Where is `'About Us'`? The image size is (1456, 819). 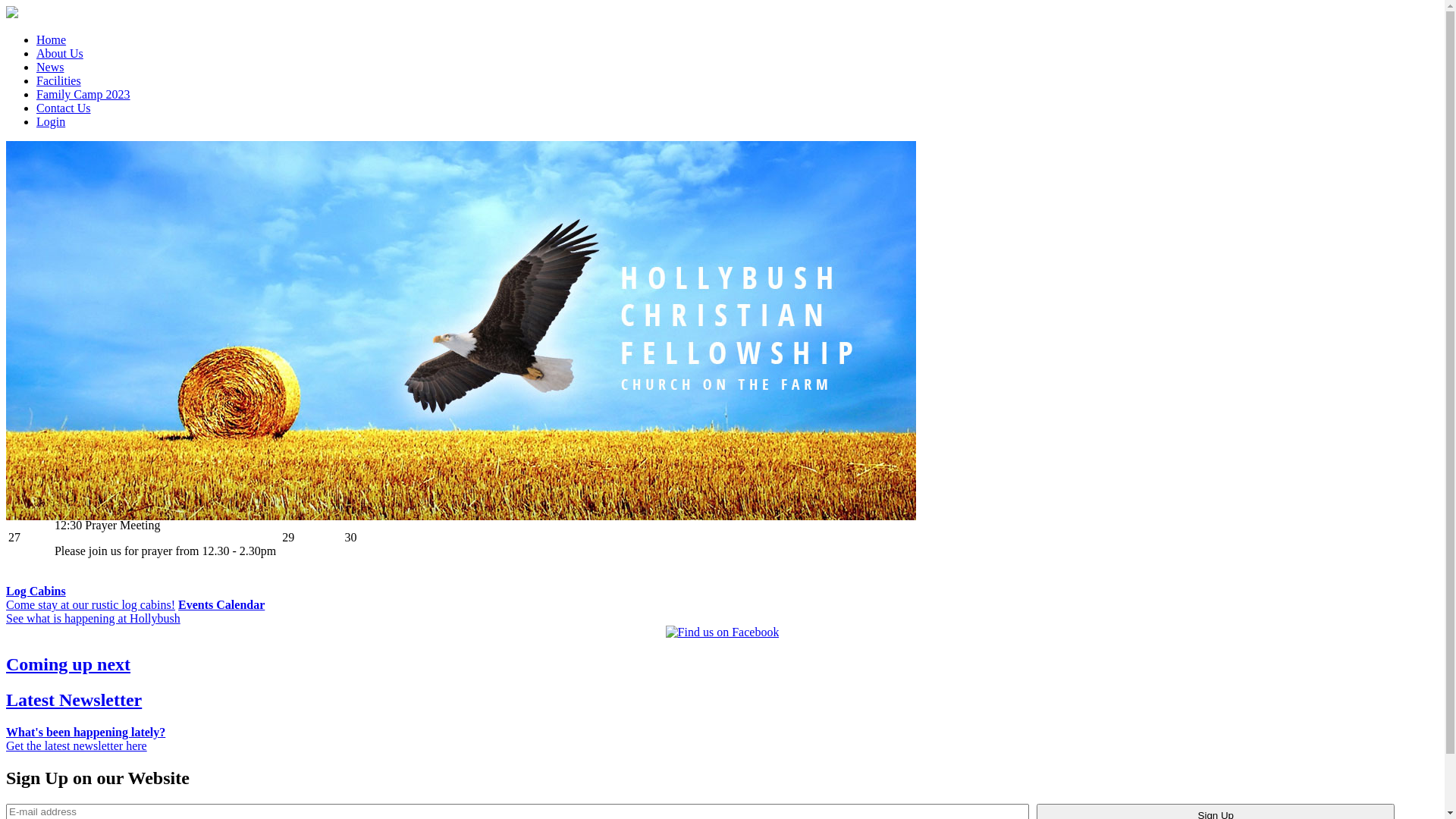 'About Us' is located at coordinates (59, 52).